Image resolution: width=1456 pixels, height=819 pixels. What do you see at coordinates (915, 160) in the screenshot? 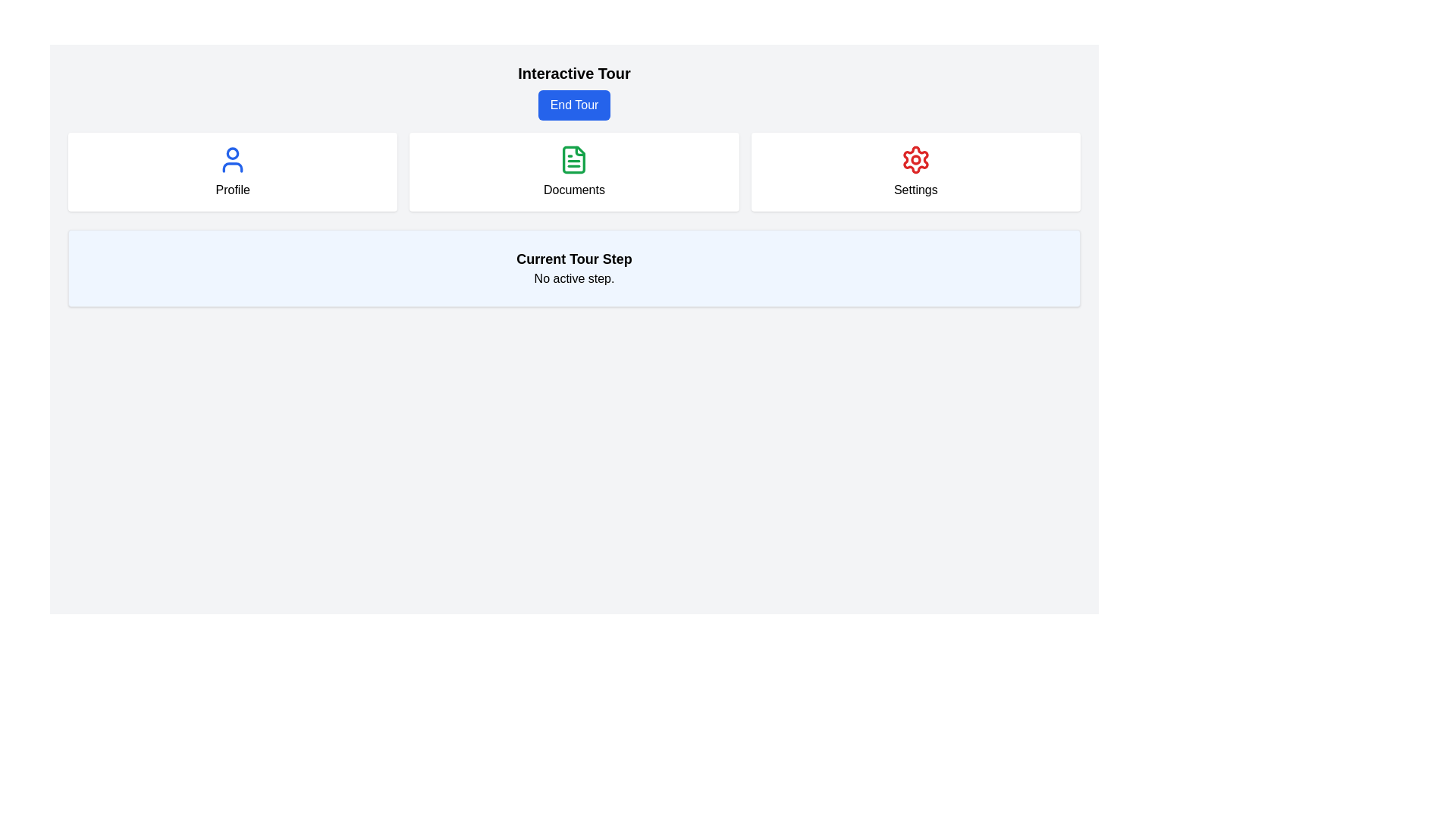
I see `the 'Settings' icon, which is the primary visual component of the card located at the rightmost section among the three cards in the top row` at bounding box center [915, 160].